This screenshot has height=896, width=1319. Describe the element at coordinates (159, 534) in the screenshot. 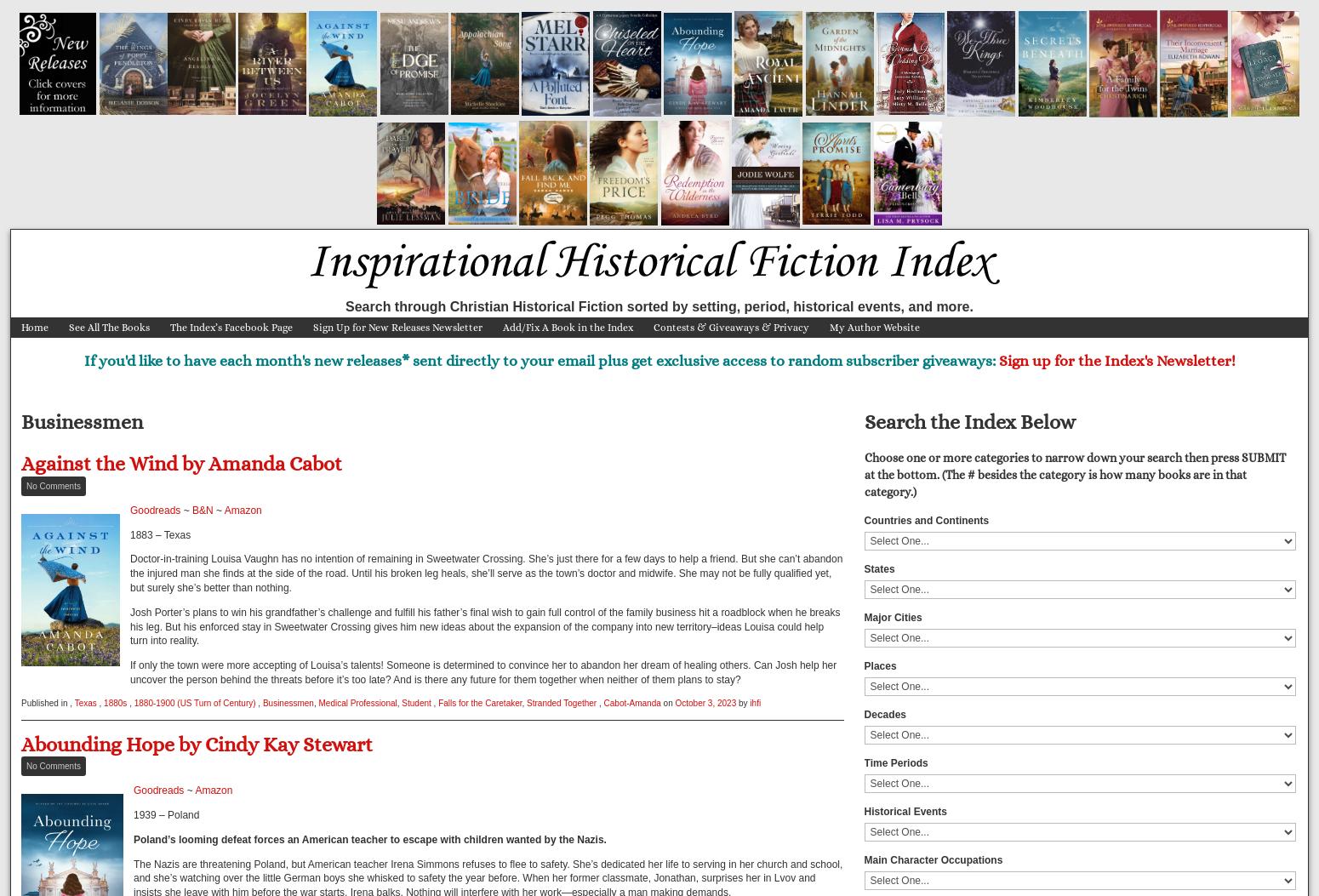

I see `'1883 – Texas'` at that location.